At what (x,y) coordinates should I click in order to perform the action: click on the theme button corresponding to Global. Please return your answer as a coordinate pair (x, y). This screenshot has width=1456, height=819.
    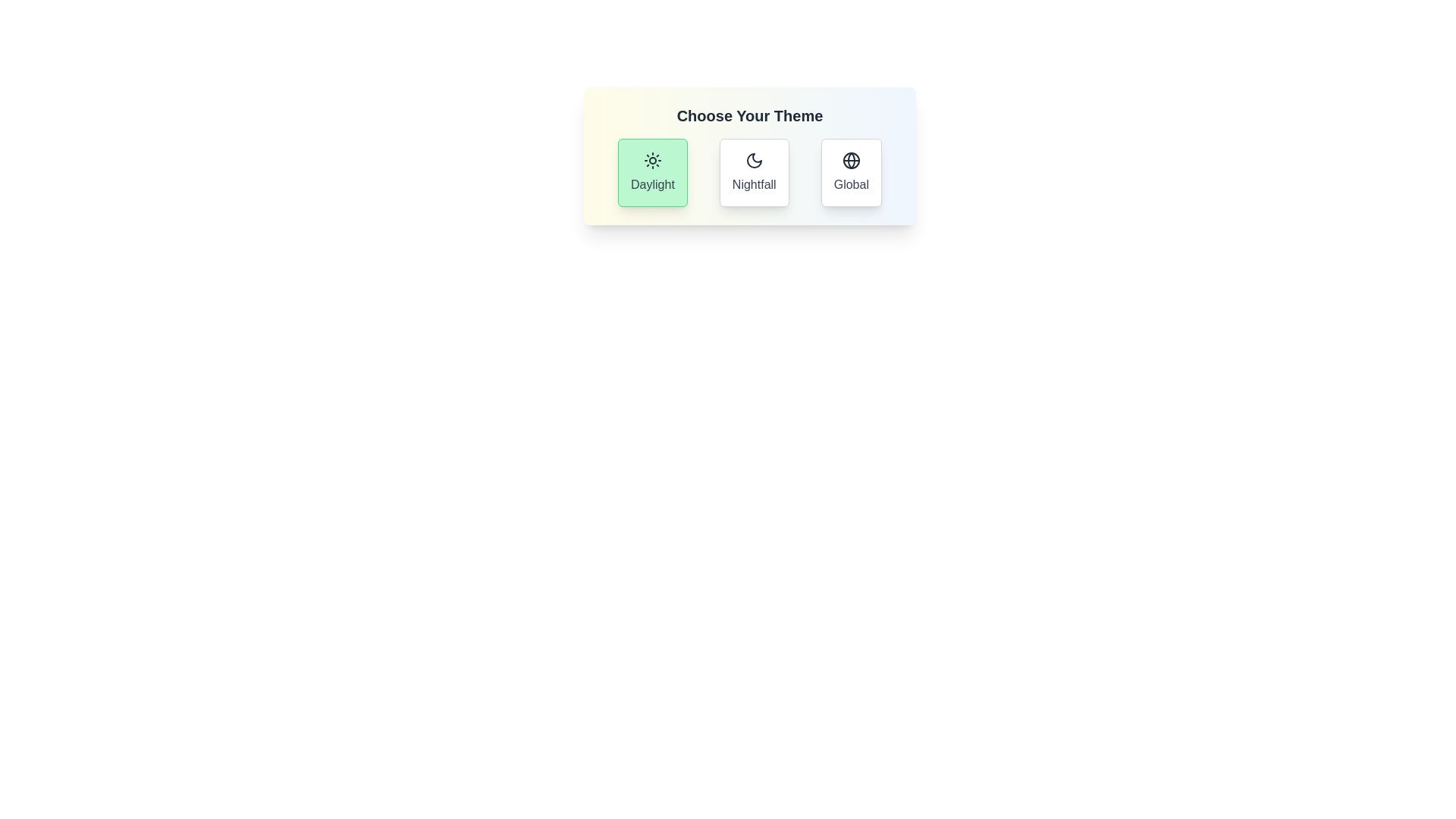
    Looking at the image, I should click on (851, 171).